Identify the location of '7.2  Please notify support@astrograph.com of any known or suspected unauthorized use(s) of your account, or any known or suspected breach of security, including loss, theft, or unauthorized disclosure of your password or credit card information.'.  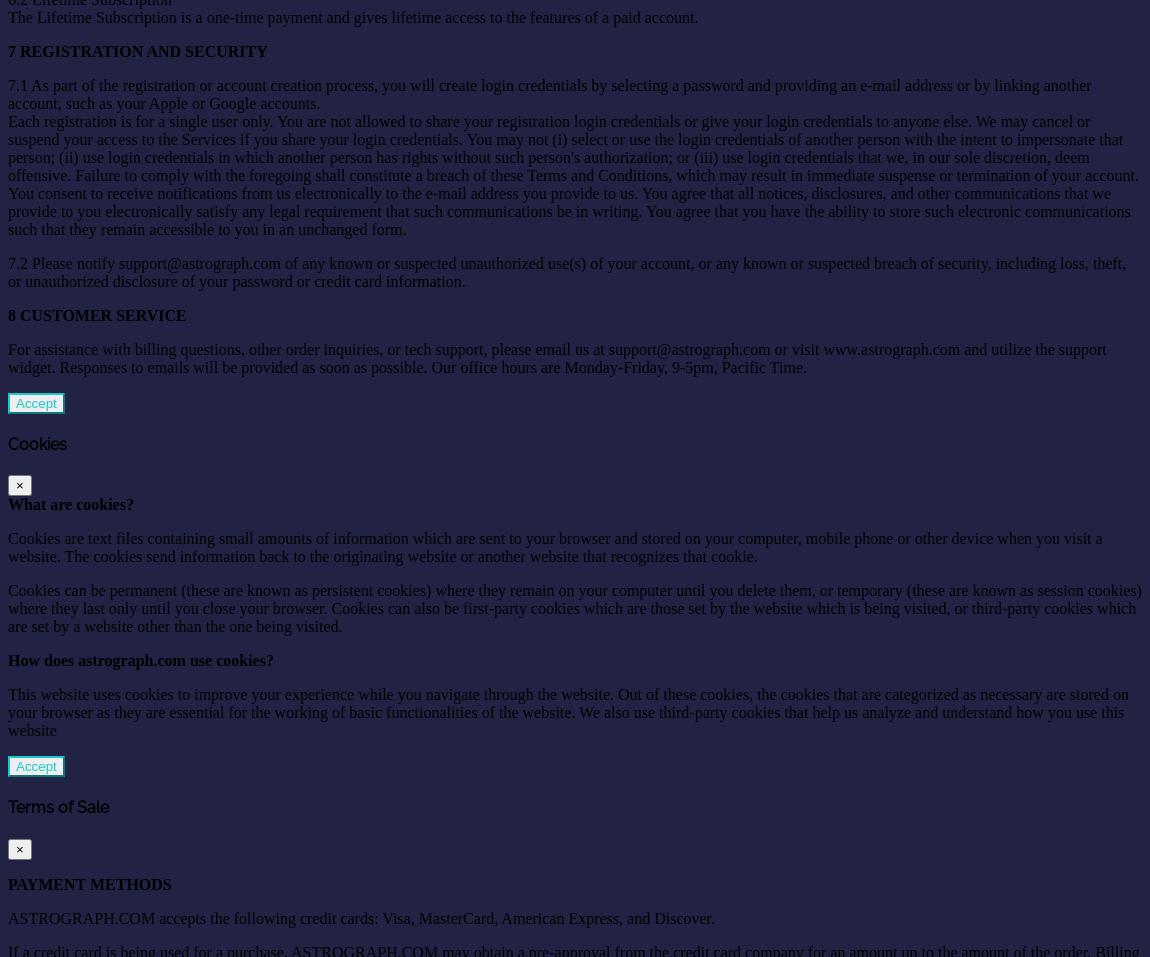
(566, 270).